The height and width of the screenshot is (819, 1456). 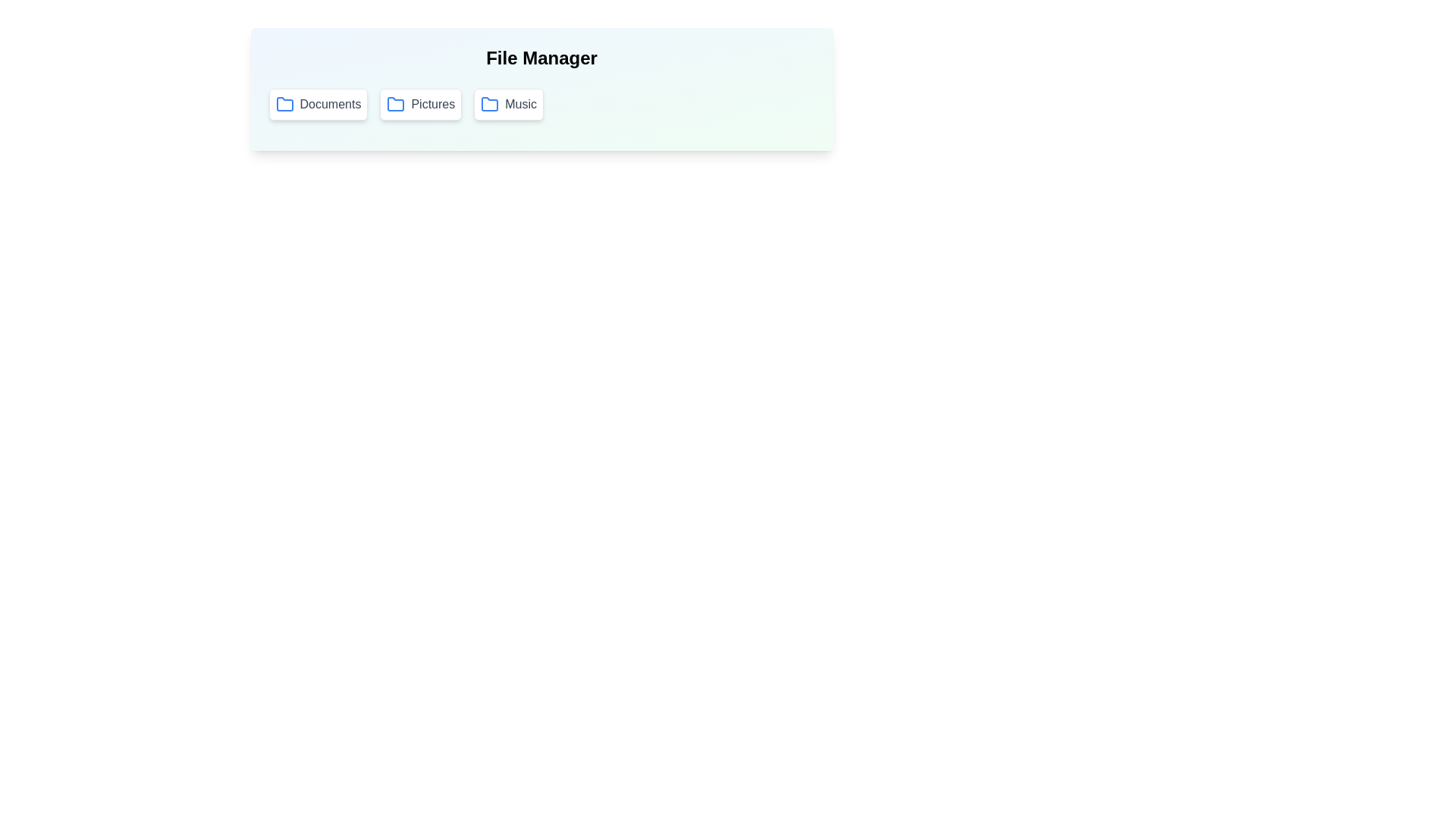 What do you see at coordinates (421, 104) in the screenshot?
I see `the folder button labeled Pictures to select it` at bounding box center [421, 104].